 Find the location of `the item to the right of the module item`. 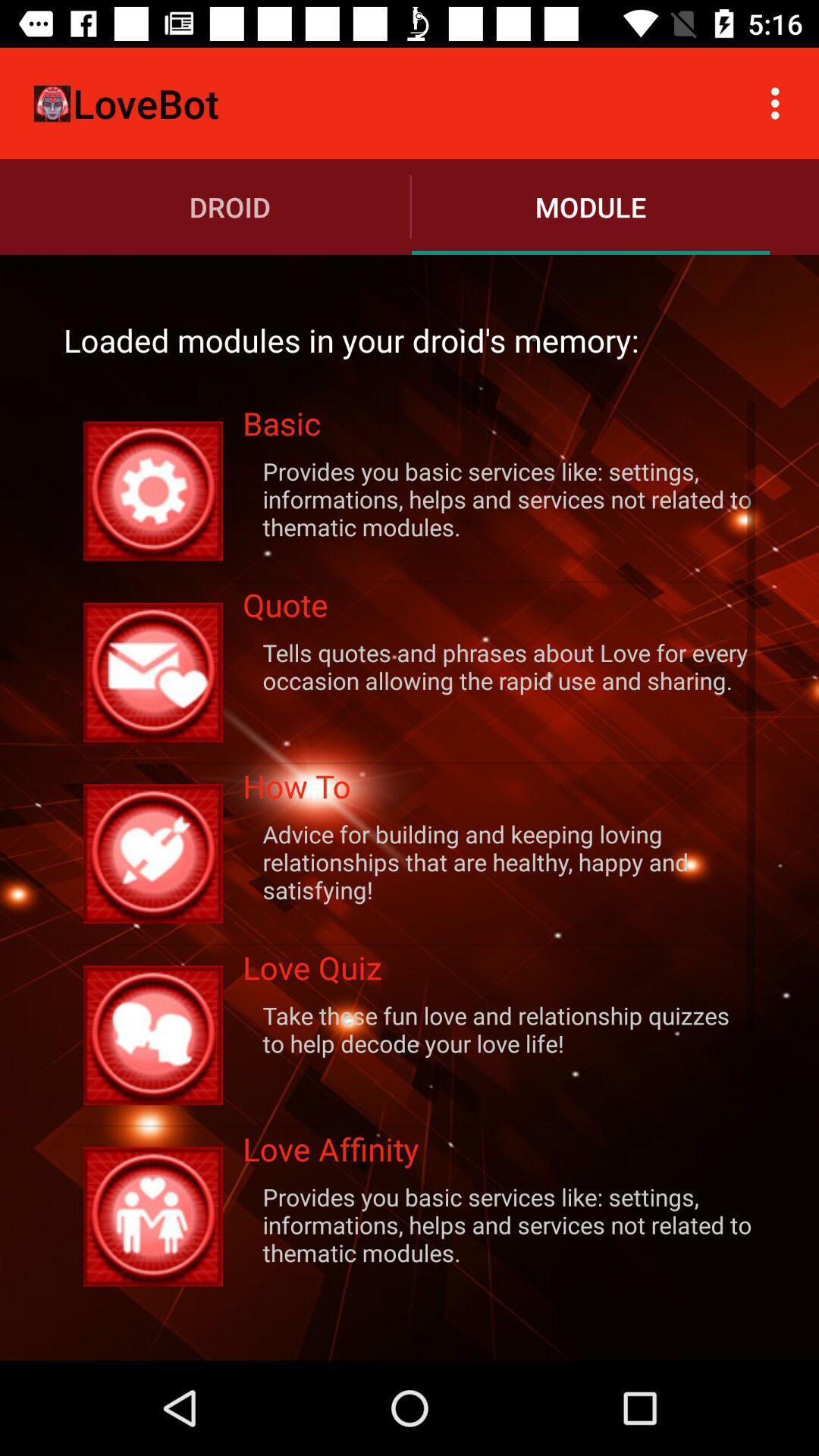

the item to the right of the module item is located at coordinates (779, 102).